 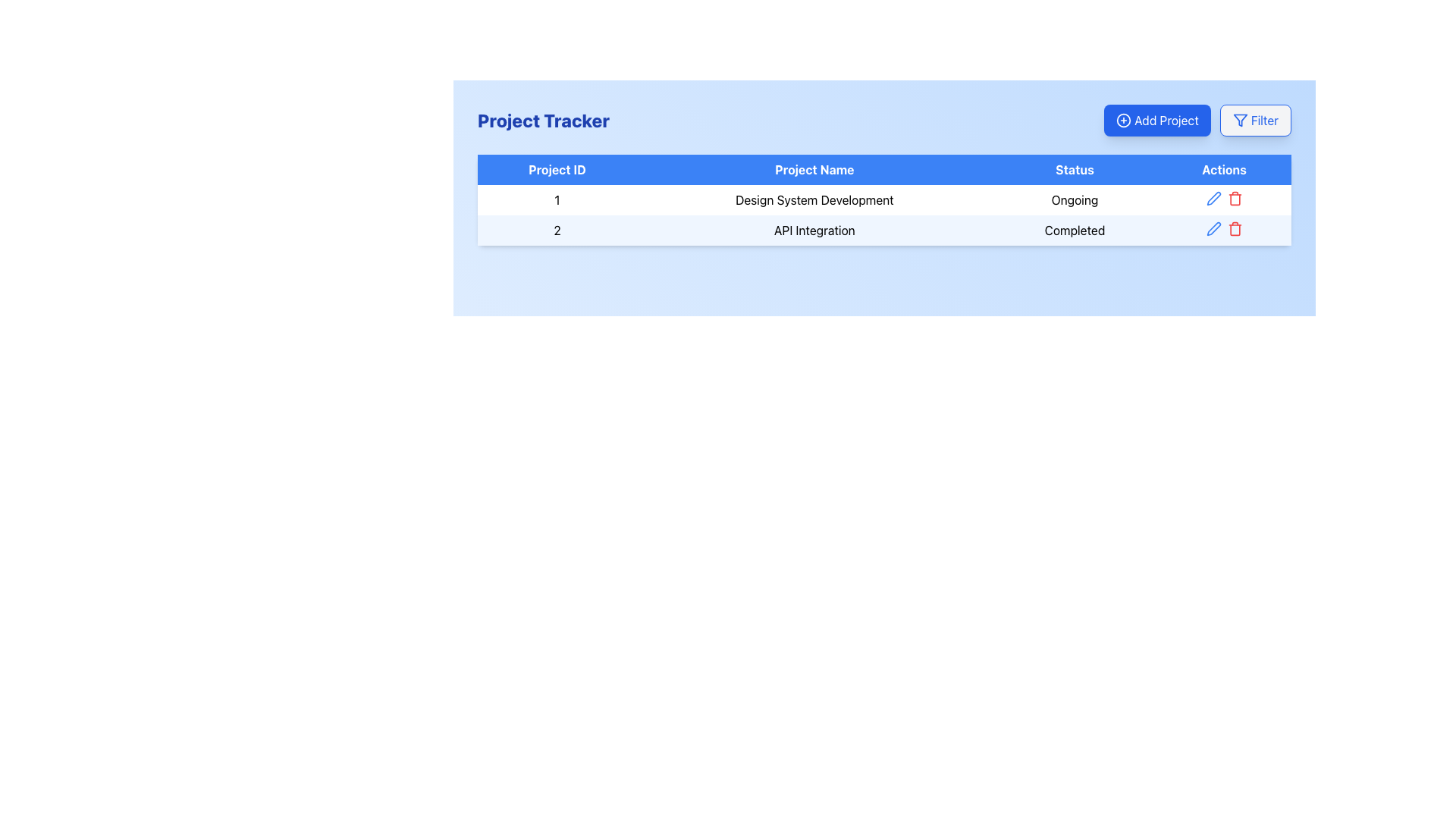 I want to click on text displayed in the bold numeral '2' located in the second row and first column of the table, so click(x=556, y=231).